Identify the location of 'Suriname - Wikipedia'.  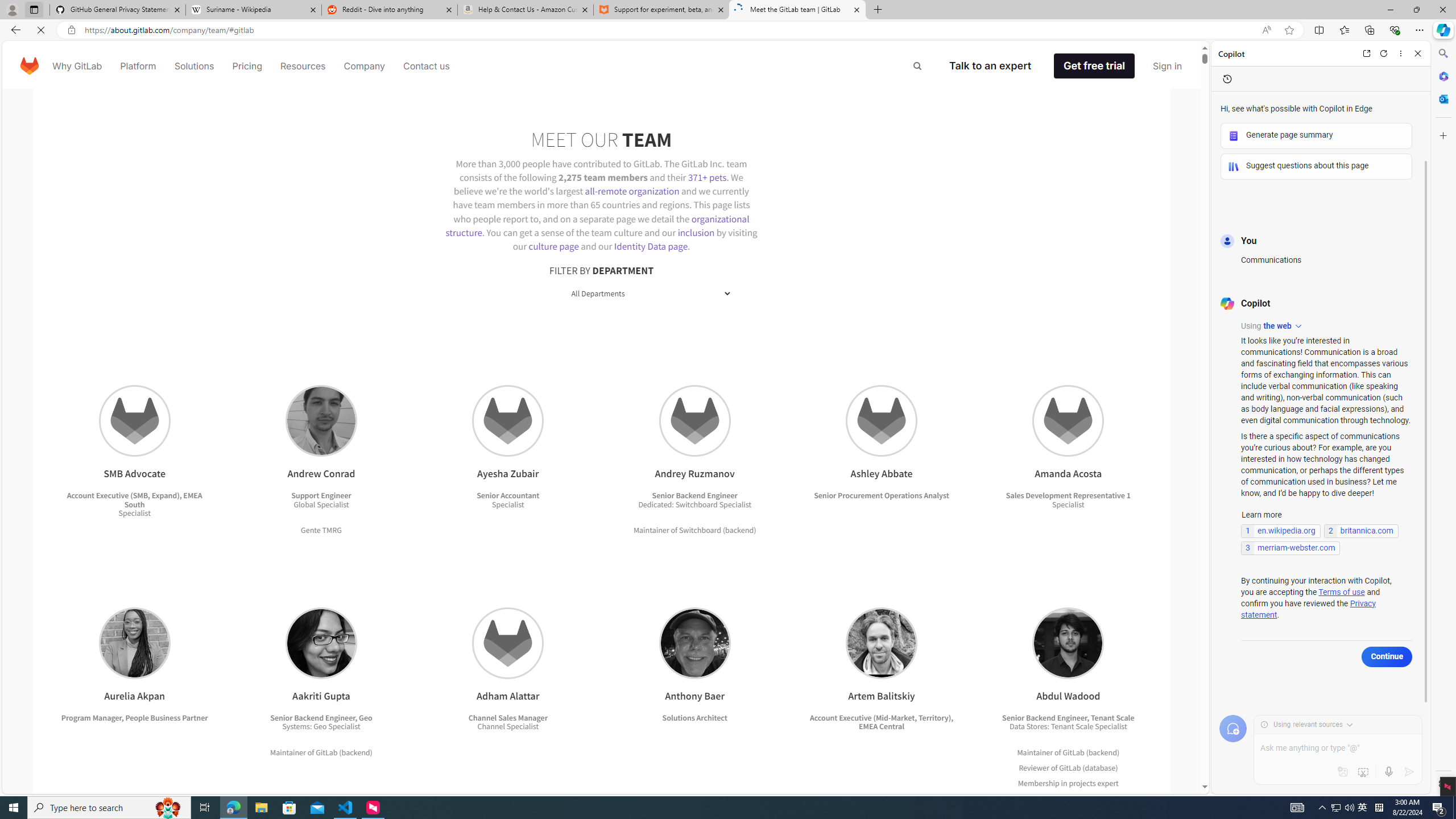
(253, 9).